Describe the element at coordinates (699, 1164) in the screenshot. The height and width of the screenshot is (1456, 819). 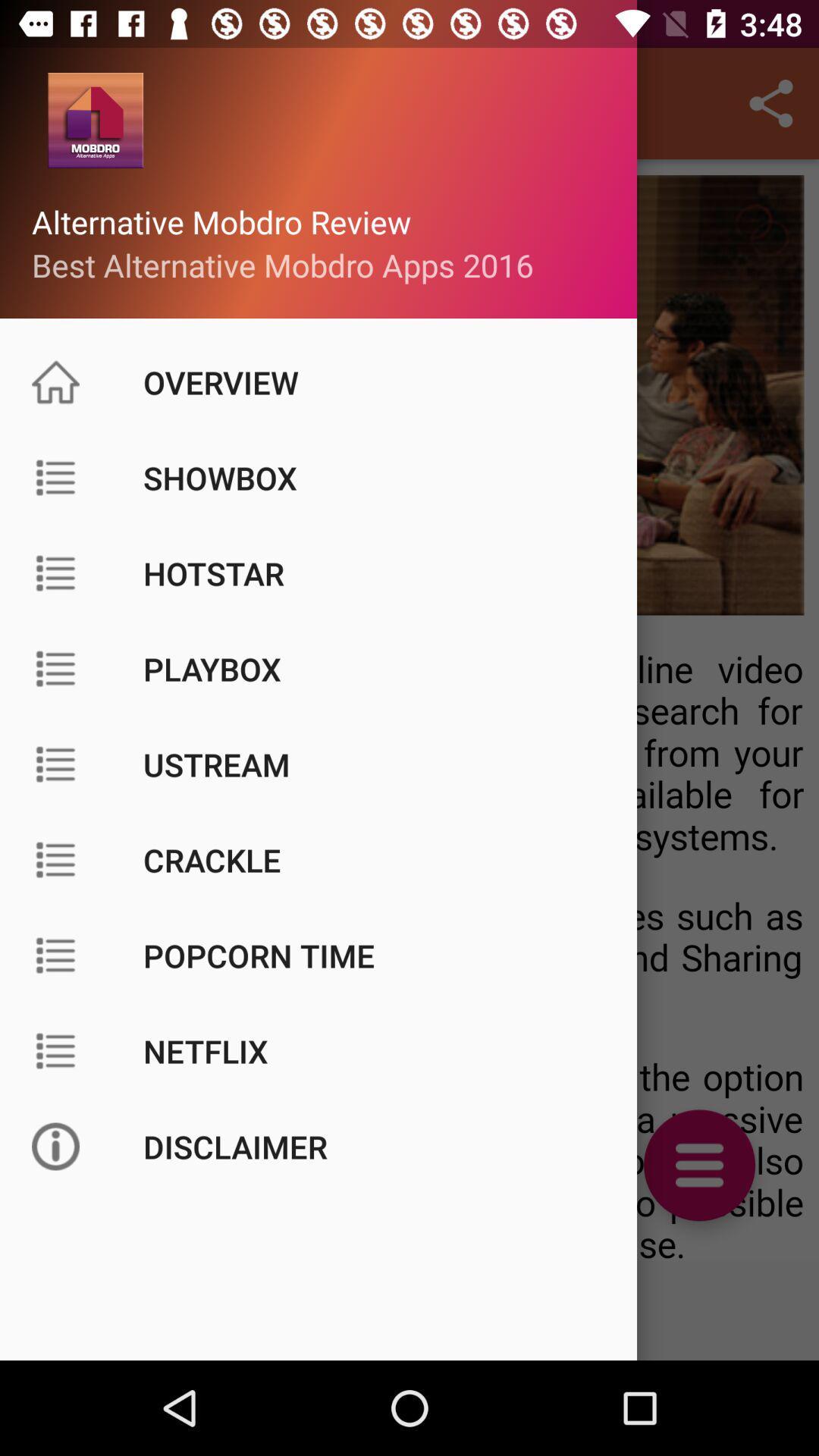
I see `the menu icon` at that location.